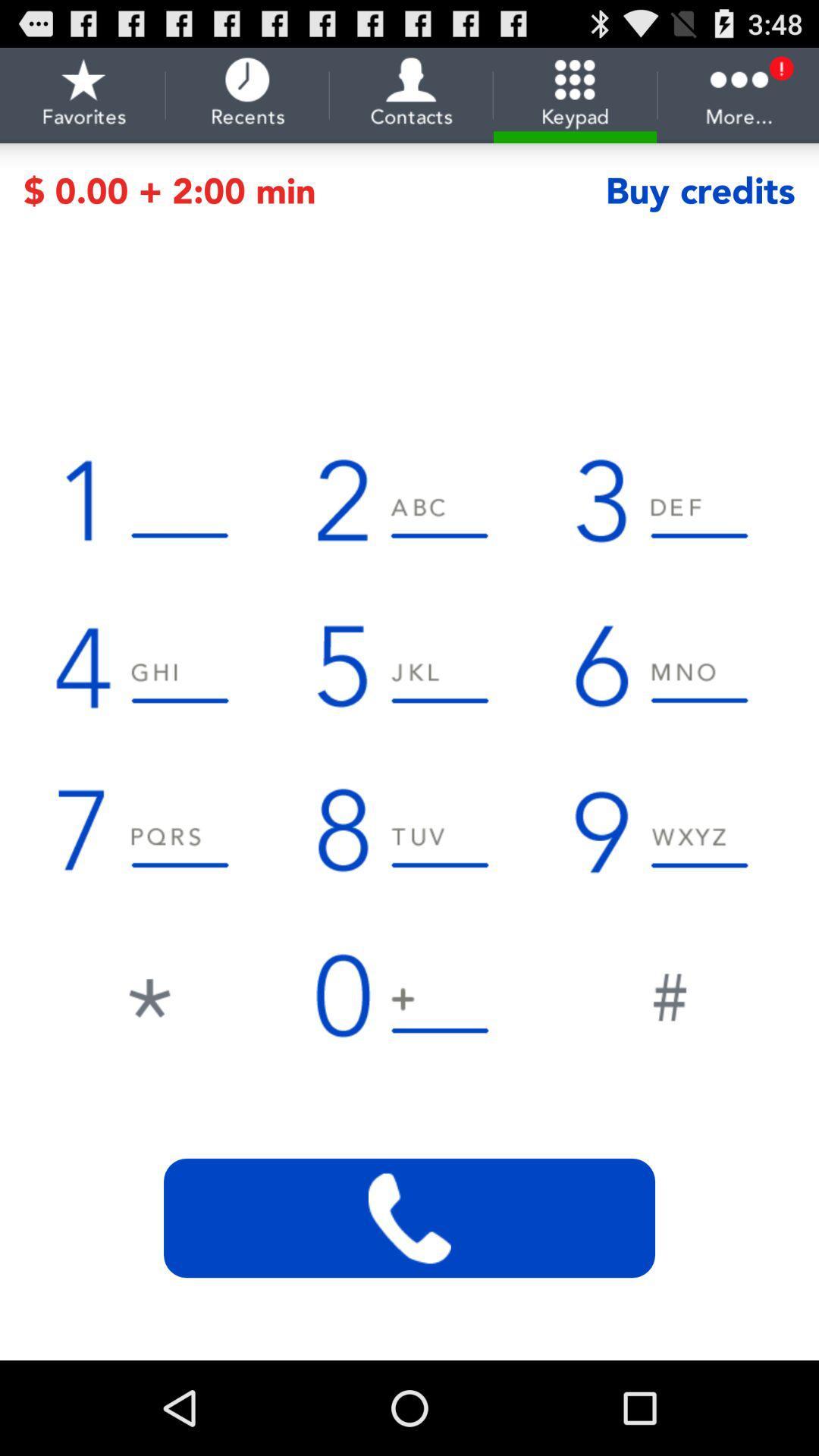 This screenshot has width=819, height=1456. I want to click on icon next to the buy credits item, so click(314, 190).